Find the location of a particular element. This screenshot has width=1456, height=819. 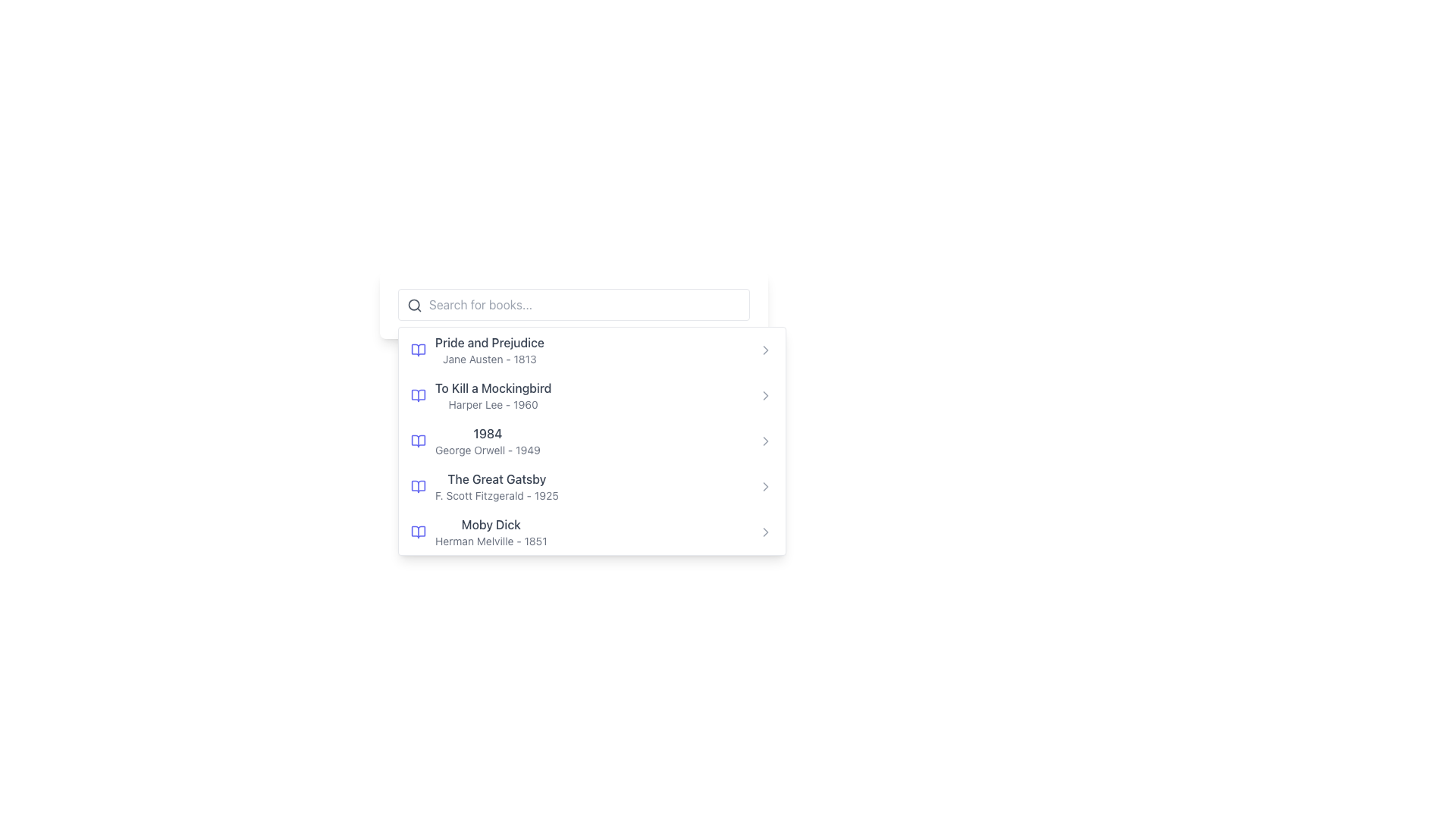

the dropdown menu item titled '1984' by 'George Orwell - 1949' is located at coordinates (573, 420).